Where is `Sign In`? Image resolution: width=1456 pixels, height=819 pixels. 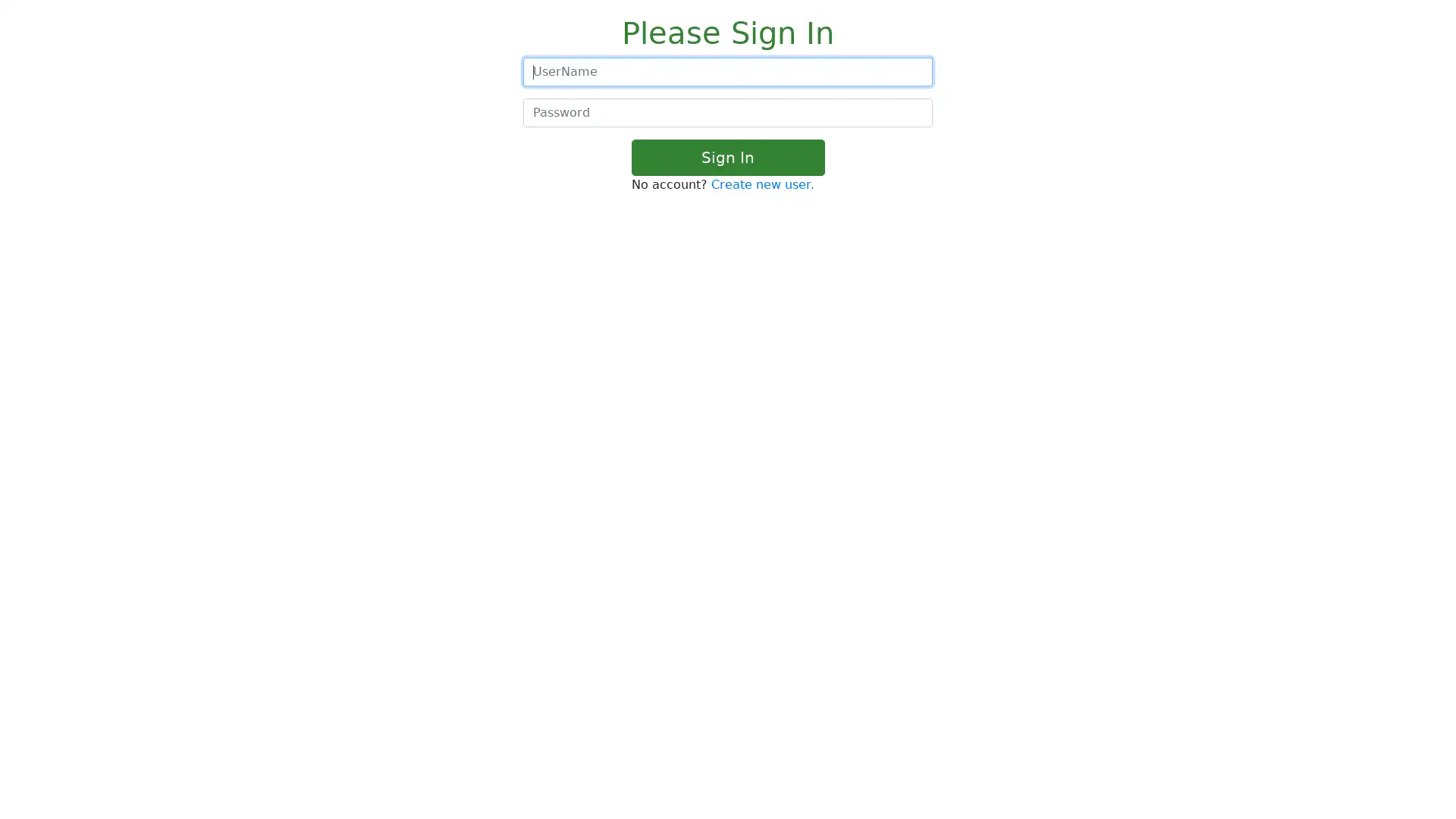 Sign In is located at coordinates (726, 158).